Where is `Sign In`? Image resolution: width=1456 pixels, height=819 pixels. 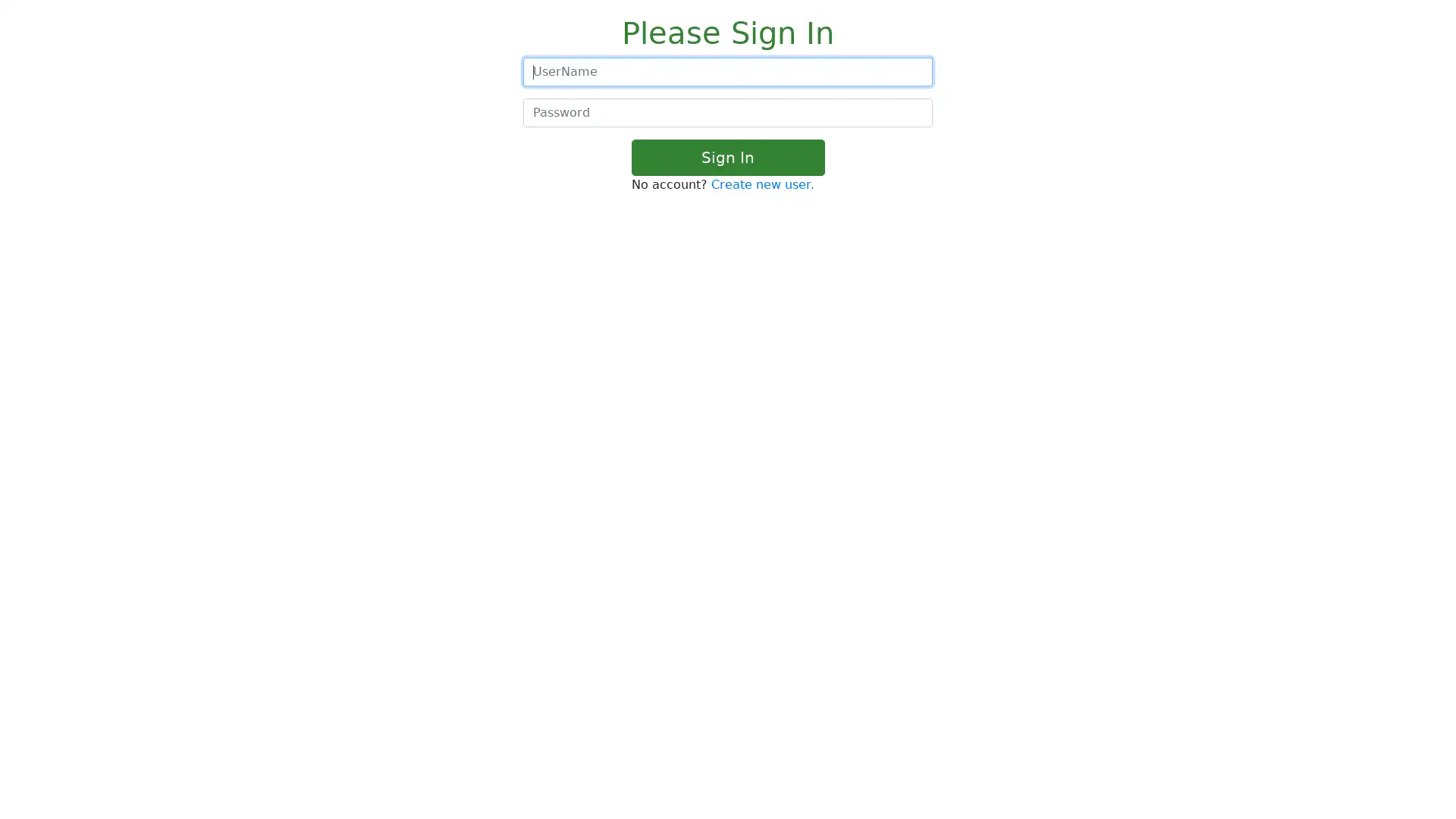 Sign In is located at coordinates (726, 158).